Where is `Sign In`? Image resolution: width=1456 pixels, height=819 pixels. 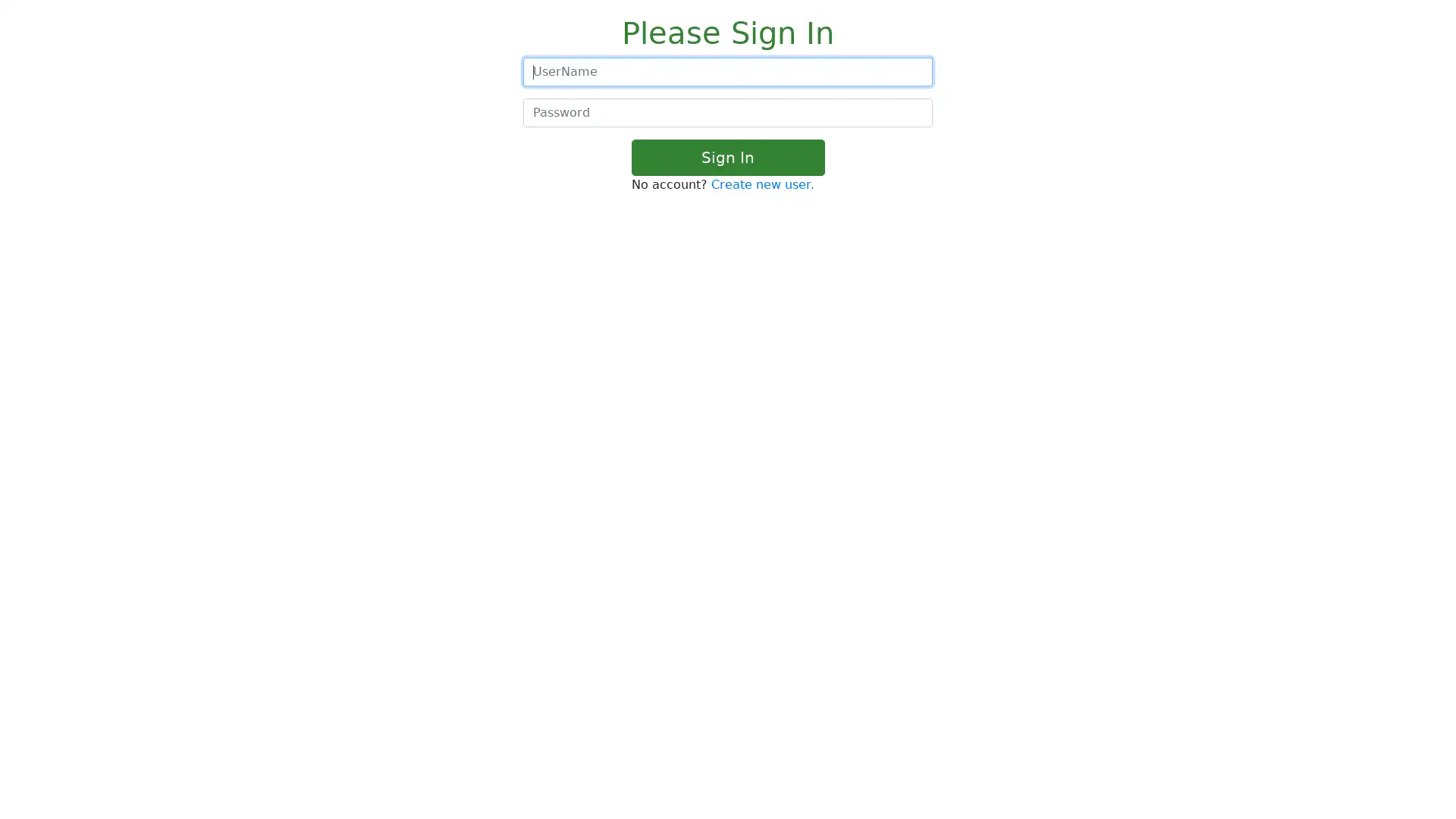 Sign In is located at coordinates (726, 158).